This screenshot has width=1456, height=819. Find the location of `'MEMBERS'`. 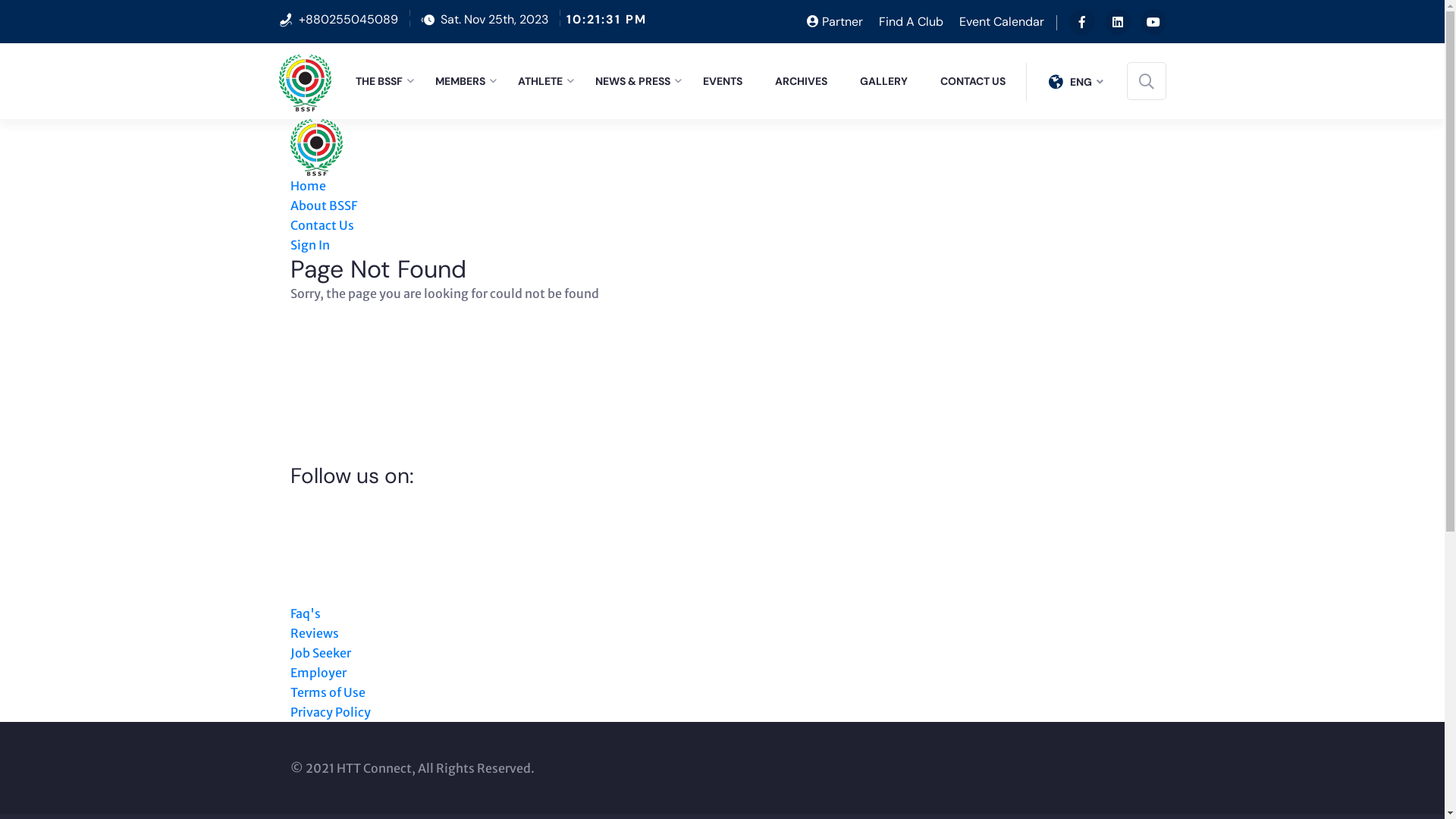

'MEMBERS' is located at coordinates (435, 81).